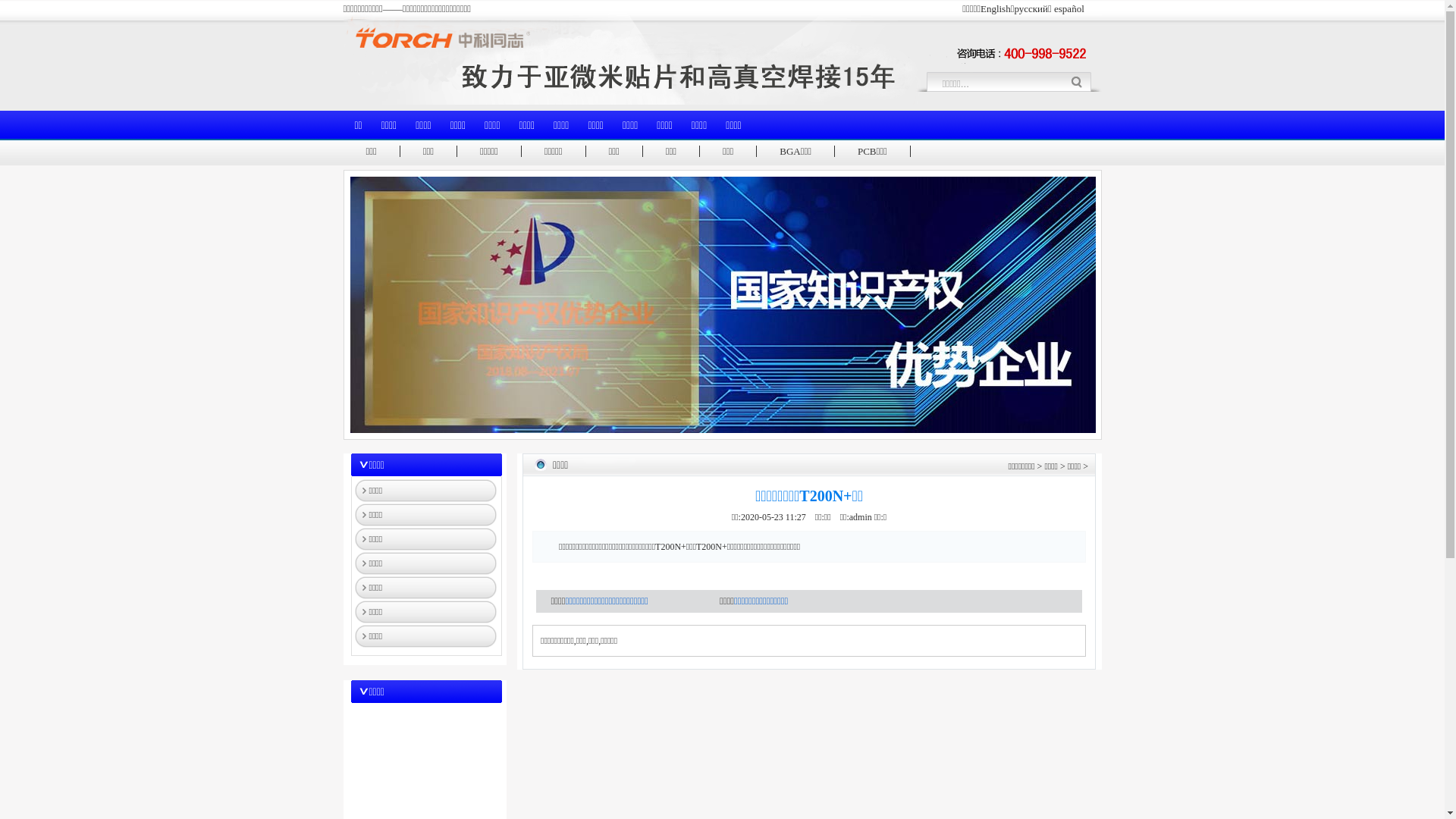 The height and width of the screenshot is (819, 1456). Describe the element at coordinates (996, 8) in the screenshot. I see `'English'` at that location.